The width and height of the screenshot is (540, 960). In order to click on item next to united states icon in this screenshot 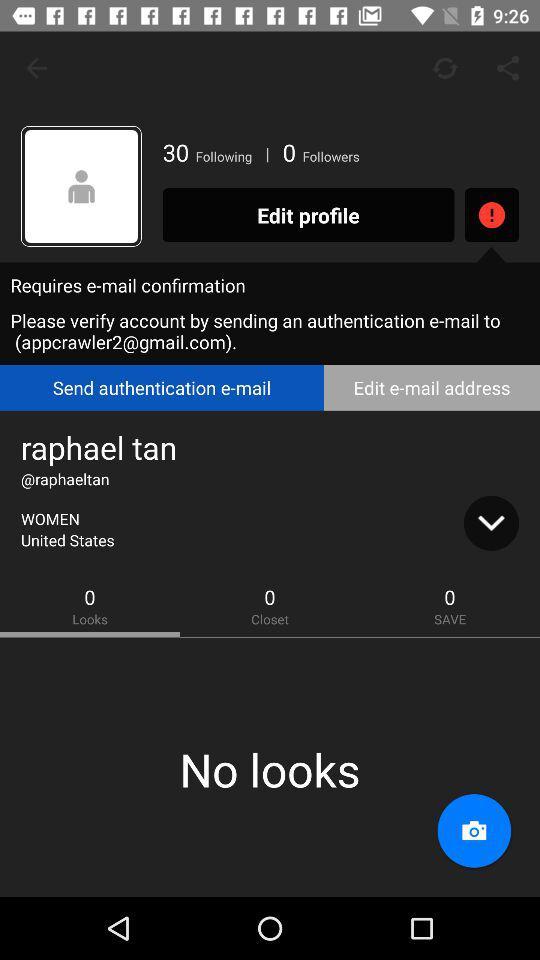, I will do `click(490, 522)`.